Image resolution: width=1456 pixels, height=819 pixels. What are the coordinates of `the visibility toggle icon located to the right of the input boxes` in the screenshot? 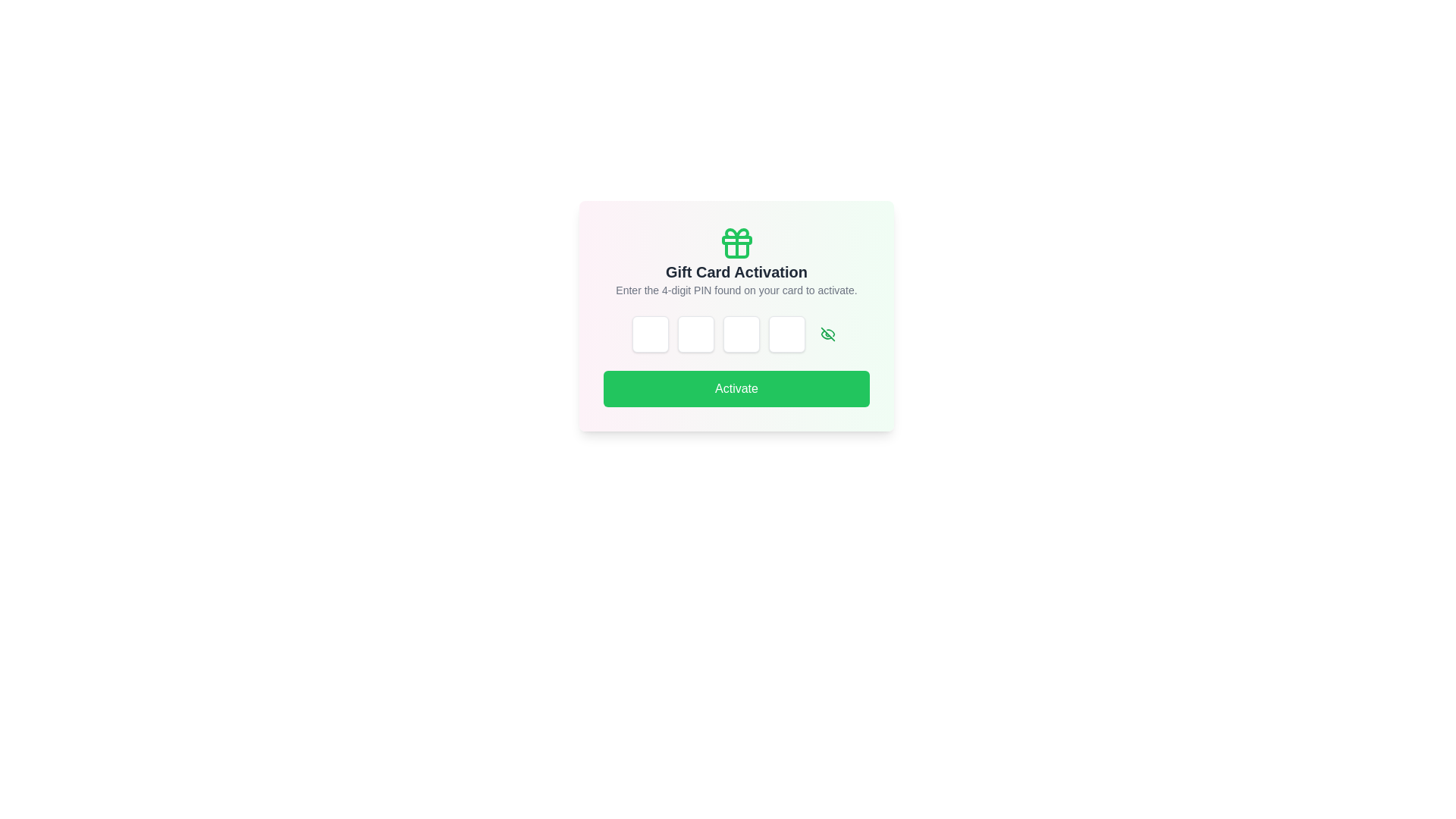 It's located at (827, 333).